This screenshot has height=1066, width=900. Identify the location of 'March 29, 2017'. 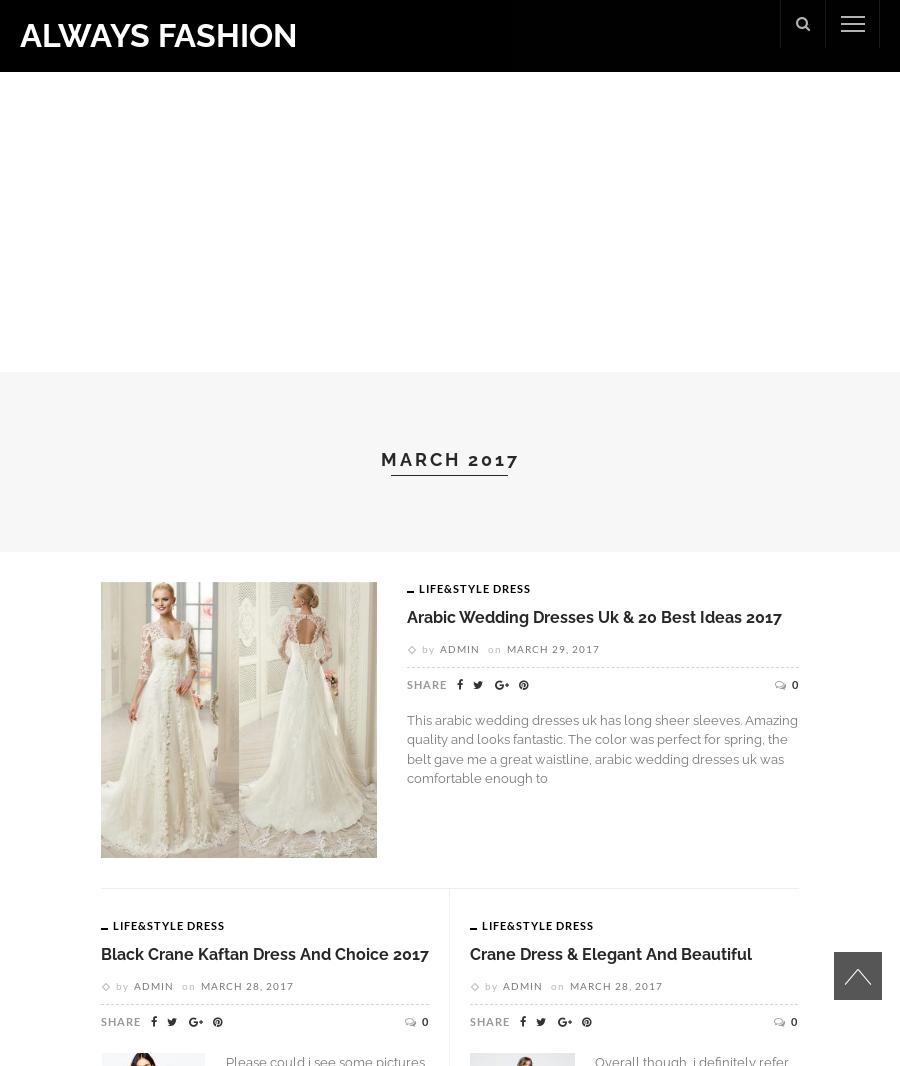
(504, 647).